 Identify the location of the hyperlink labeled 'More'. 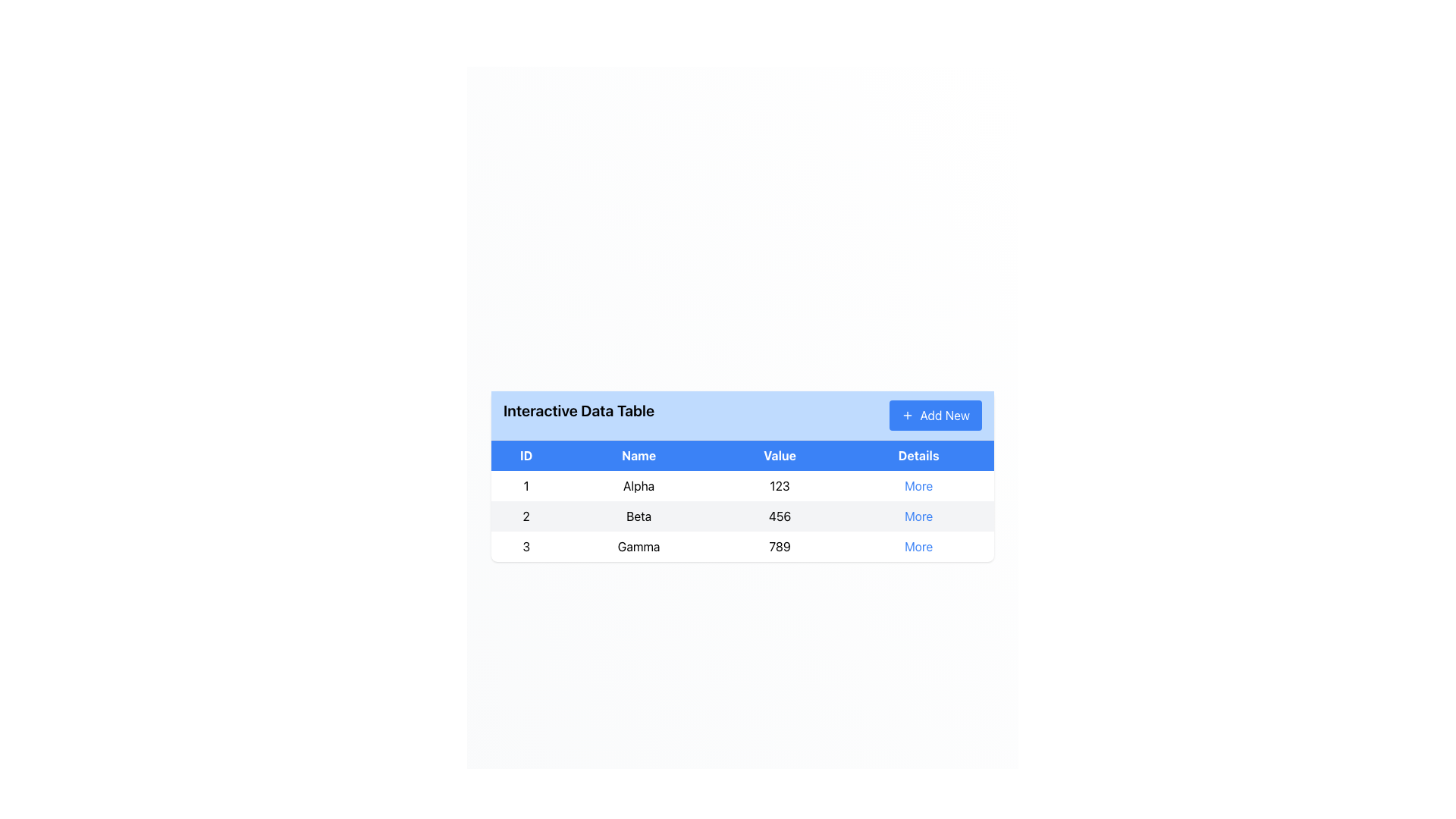
(918, 515).